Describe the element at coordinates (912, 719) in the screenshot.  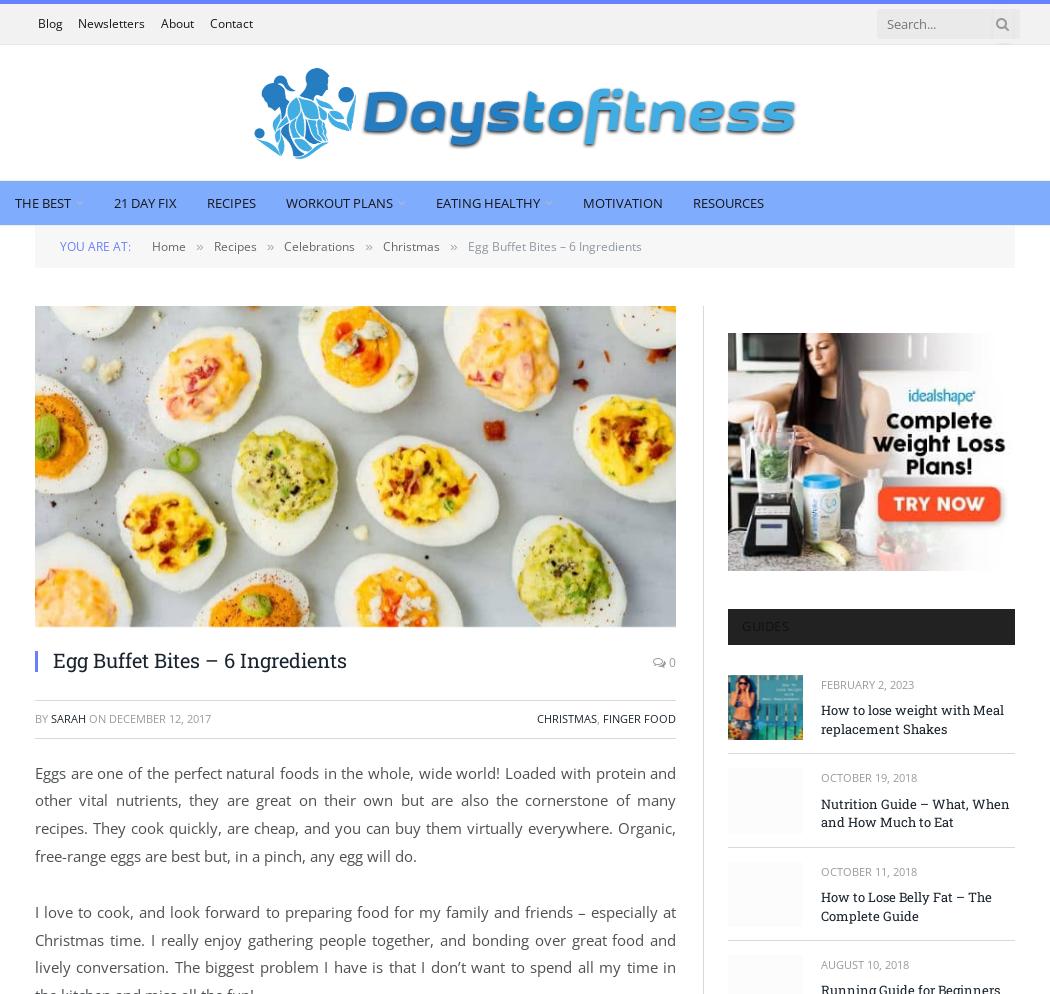
I see `'How to lose weight with Meal replacement Shakes'` at that location.